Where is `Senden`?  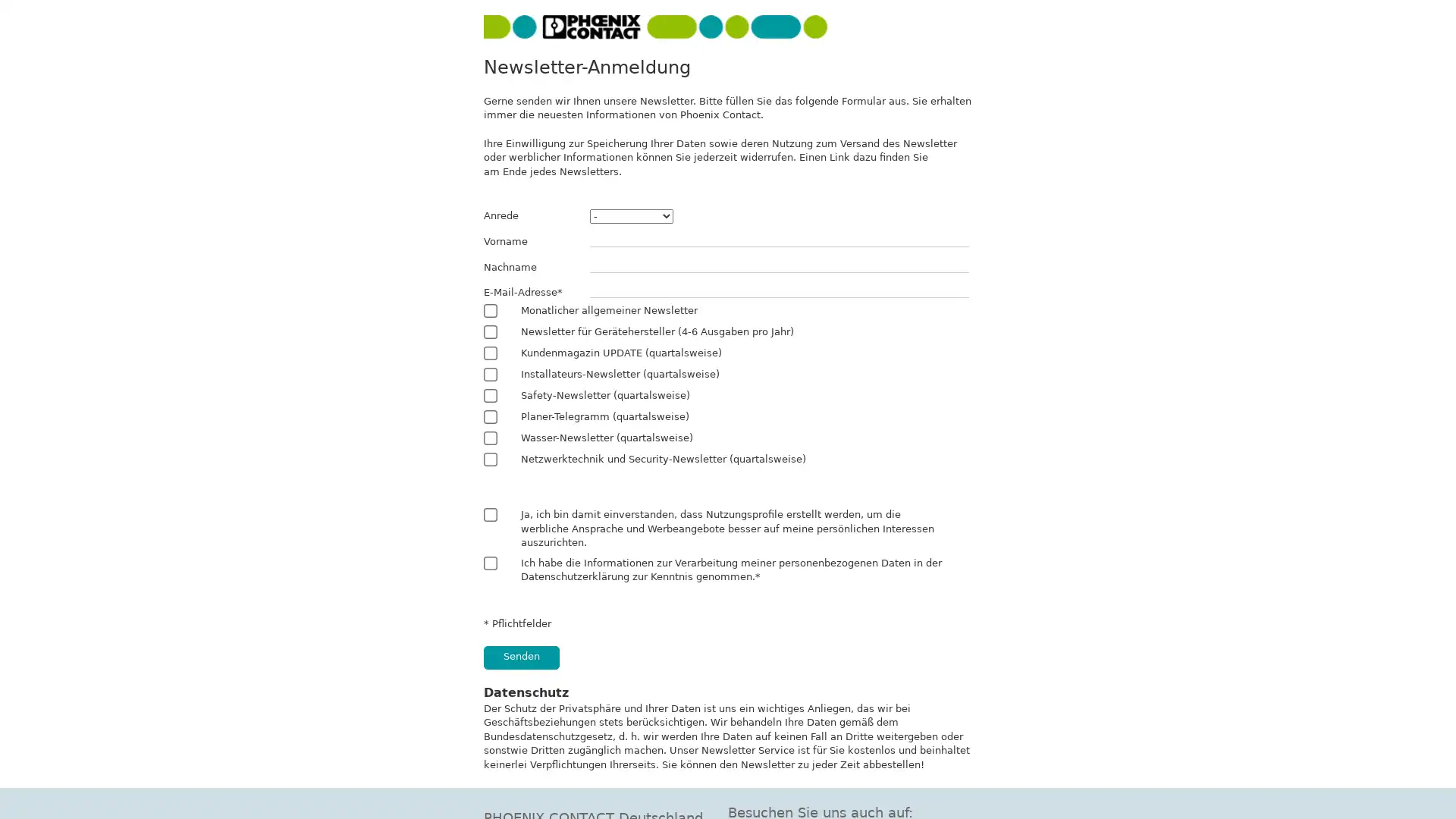 Senden is located at coordinates (520, 657).